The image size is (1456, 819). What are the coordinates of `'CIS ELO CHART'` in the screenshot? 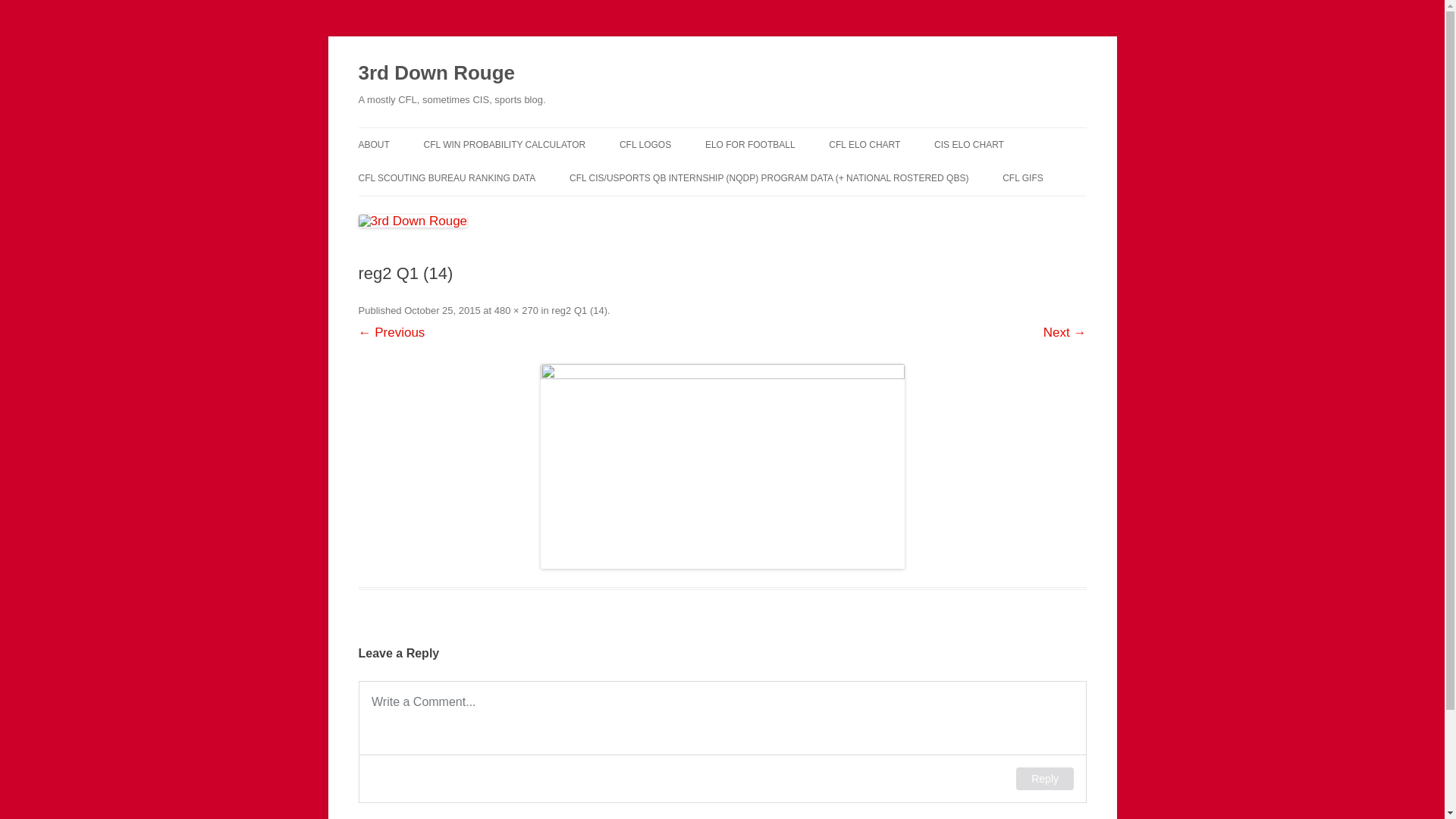 It's located at (968, 145).